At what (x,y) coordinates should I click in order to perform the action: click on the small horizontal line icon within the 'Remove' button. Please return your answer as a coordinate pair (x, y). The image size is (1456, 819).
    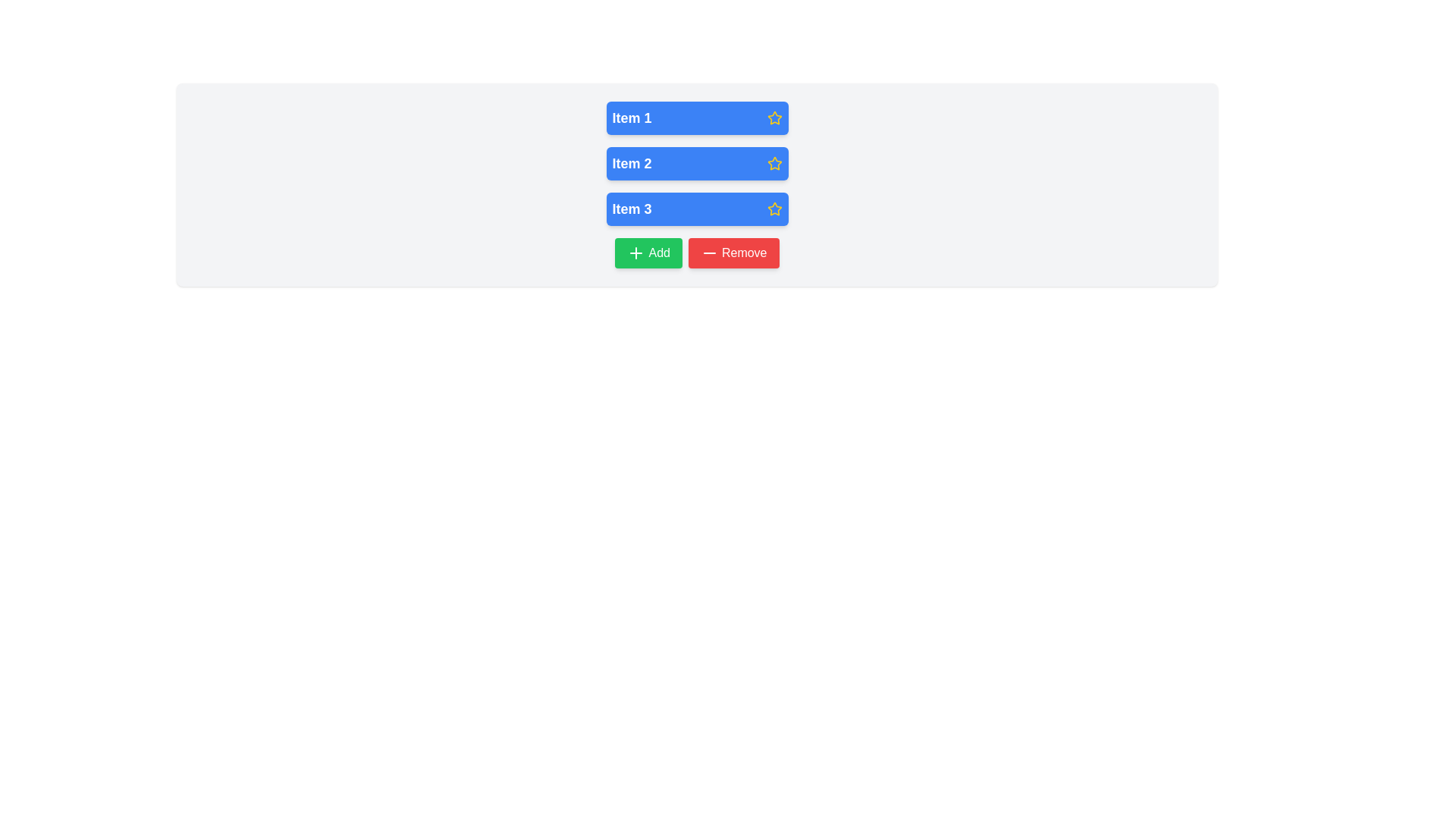
    Looking at the image, I should click on (709, 253).